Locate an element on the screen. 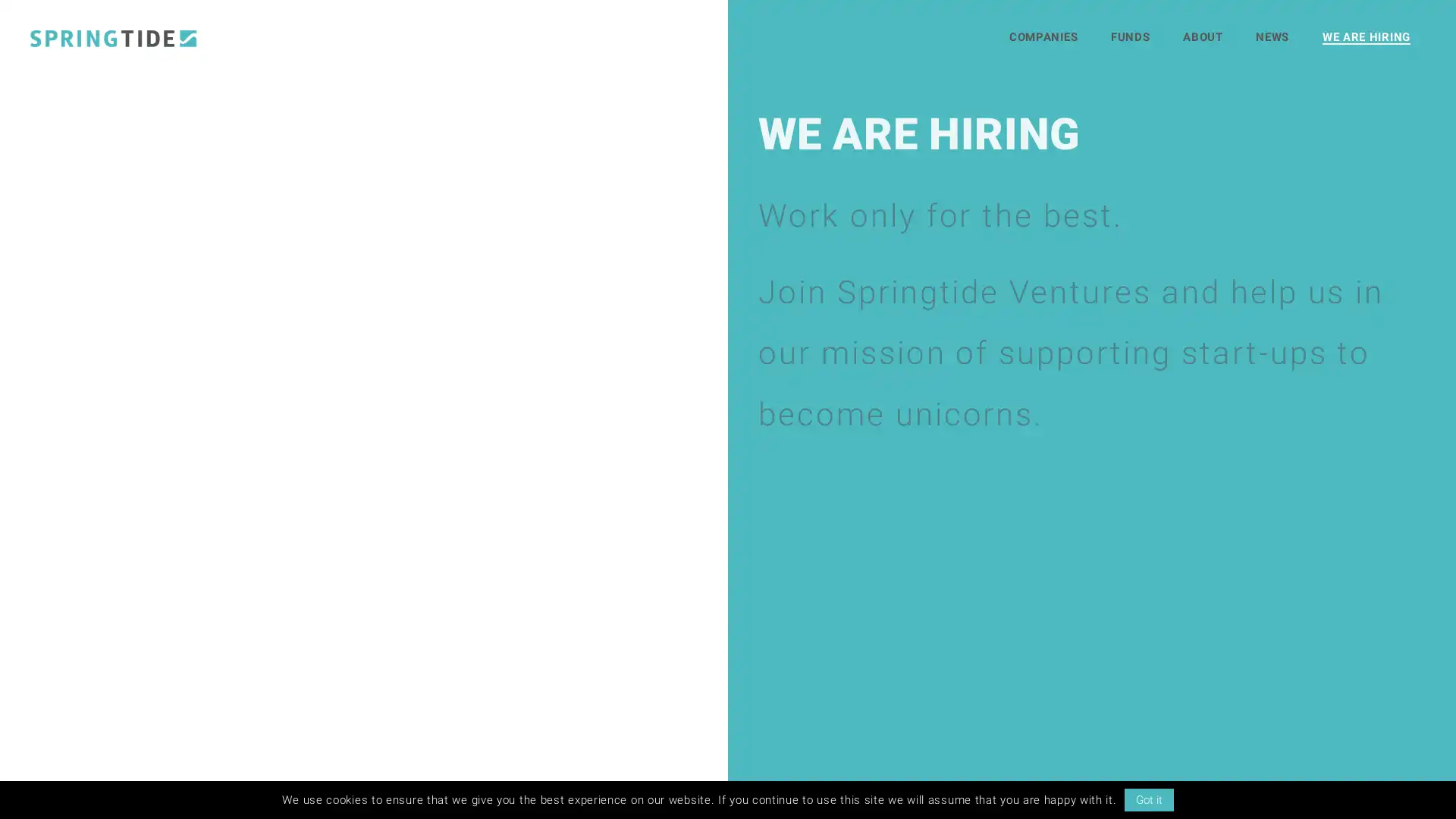  Got it is located at coordinates (1148, 799).